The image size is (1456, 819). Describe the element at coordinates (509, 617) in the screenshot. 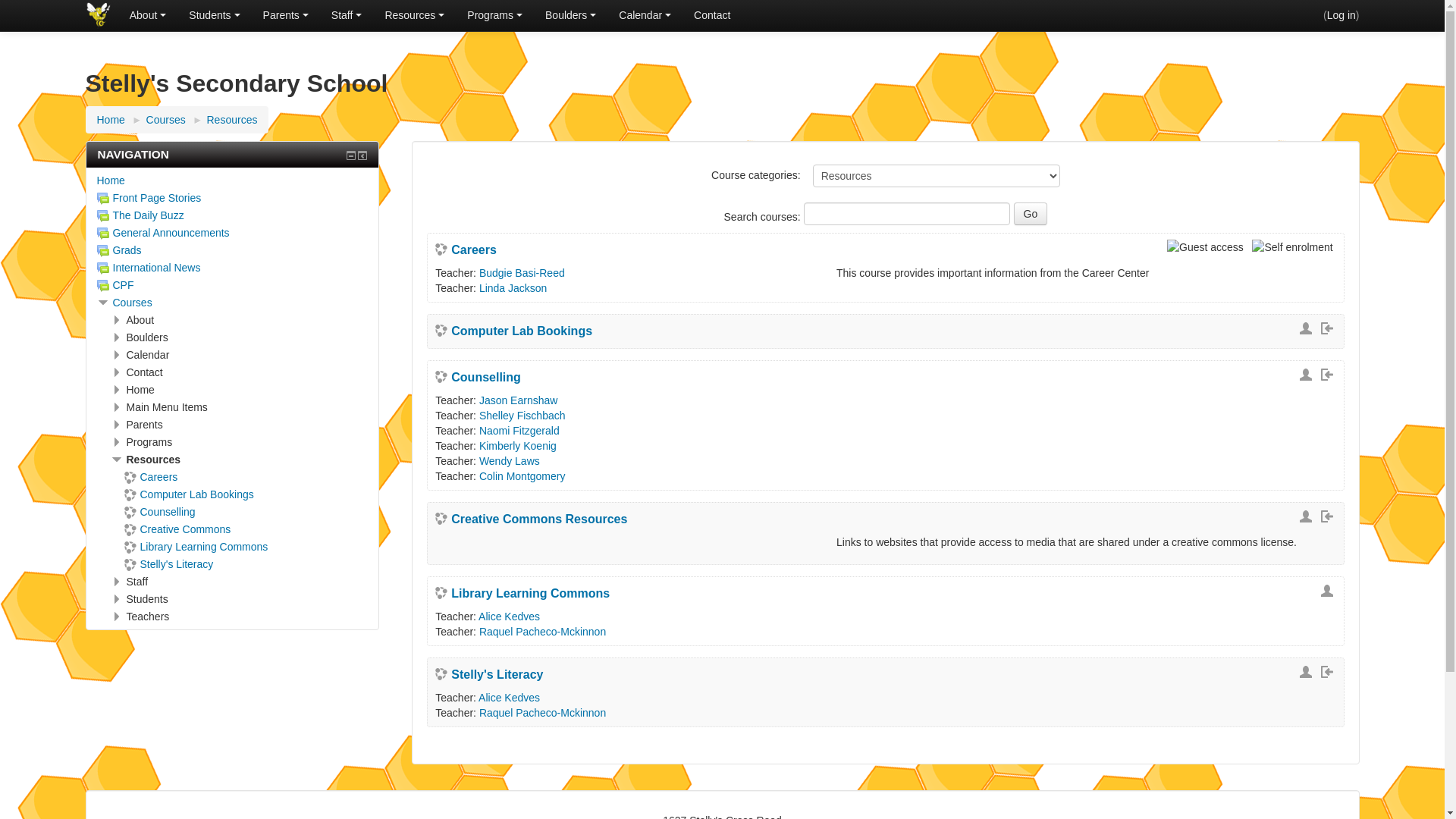

I see `'Alice Kedves'` at that location.